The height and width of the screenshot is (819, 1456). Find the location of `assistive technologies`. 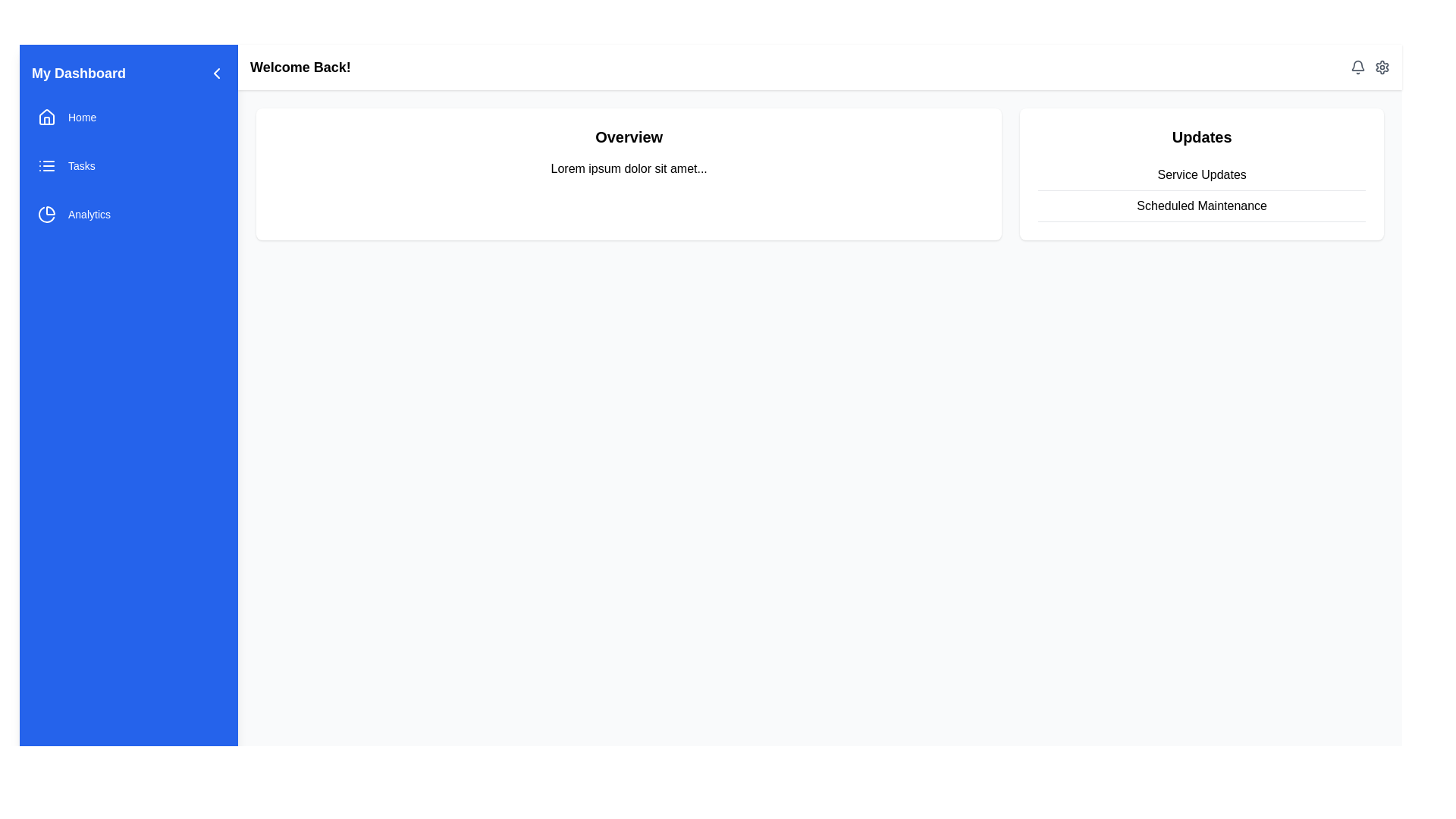

assistive technologies is located at coordinates (1201, 174).